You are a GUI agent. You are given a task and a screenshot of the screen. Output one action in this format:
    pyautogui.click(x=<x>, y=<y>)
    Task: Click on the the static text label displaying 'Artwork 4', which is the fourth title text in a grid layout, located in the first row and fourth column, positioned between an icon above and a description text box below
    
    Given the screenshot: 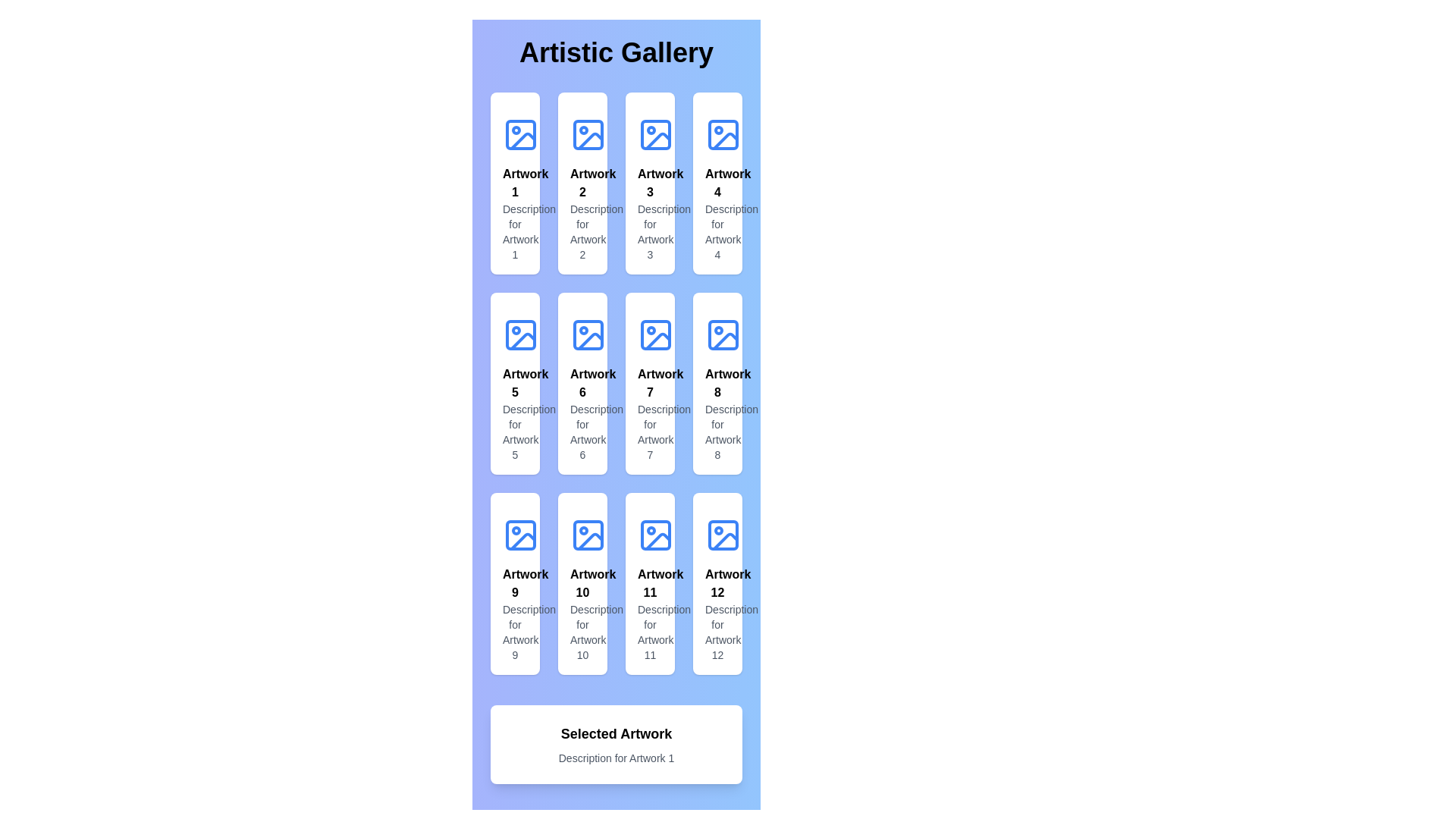 What is the action you would take?
    pyautogui.click(x=717, y=183)
    